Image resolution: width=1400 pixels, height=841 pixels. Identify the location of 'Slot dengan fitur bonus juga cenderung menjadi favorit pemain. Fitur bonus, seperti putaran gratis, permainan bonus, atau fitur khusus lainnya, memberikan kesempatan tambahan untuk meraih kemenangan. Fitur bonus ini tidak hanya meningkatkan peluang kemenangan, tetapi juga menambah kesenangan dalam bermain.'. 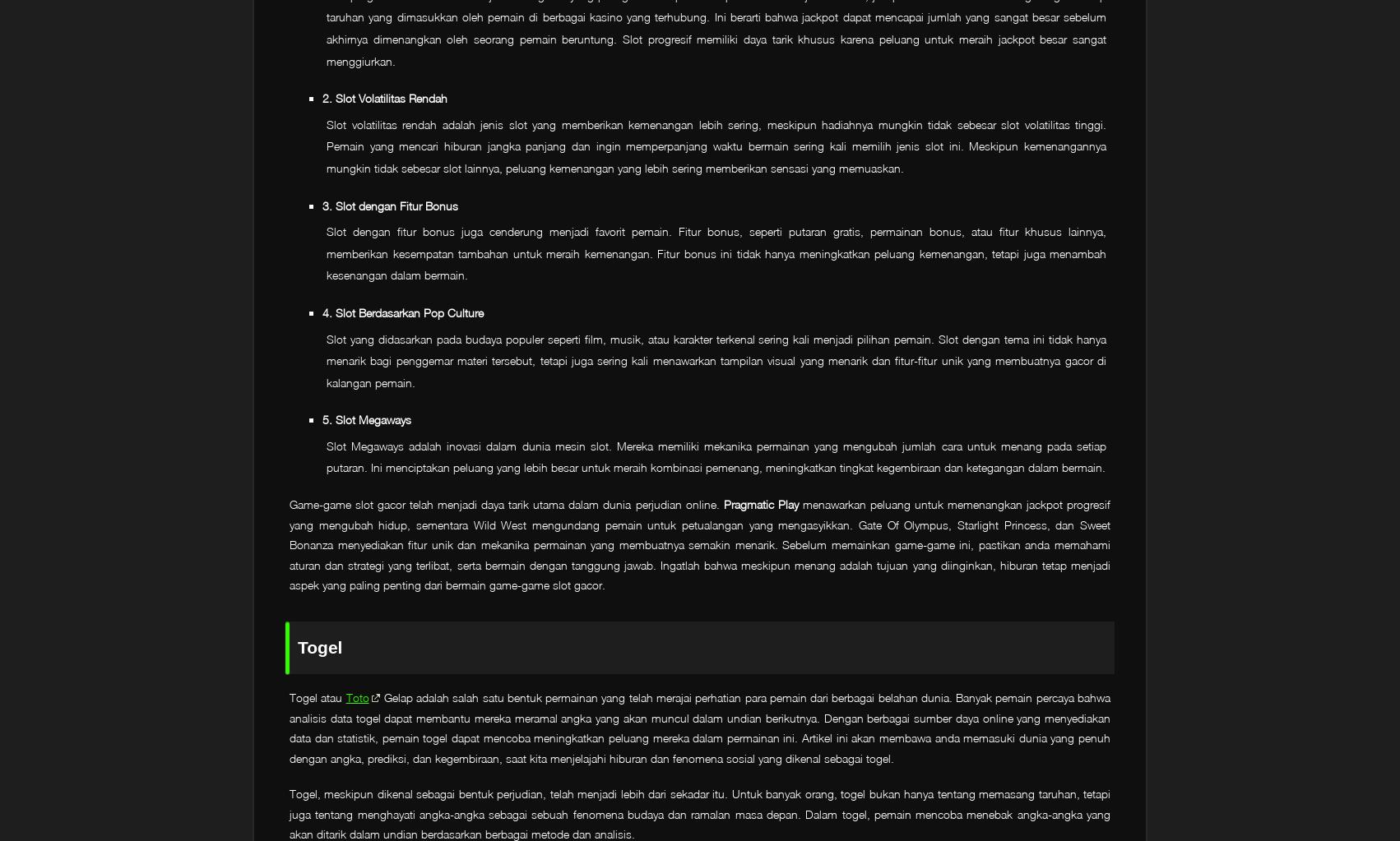
(716, 252).